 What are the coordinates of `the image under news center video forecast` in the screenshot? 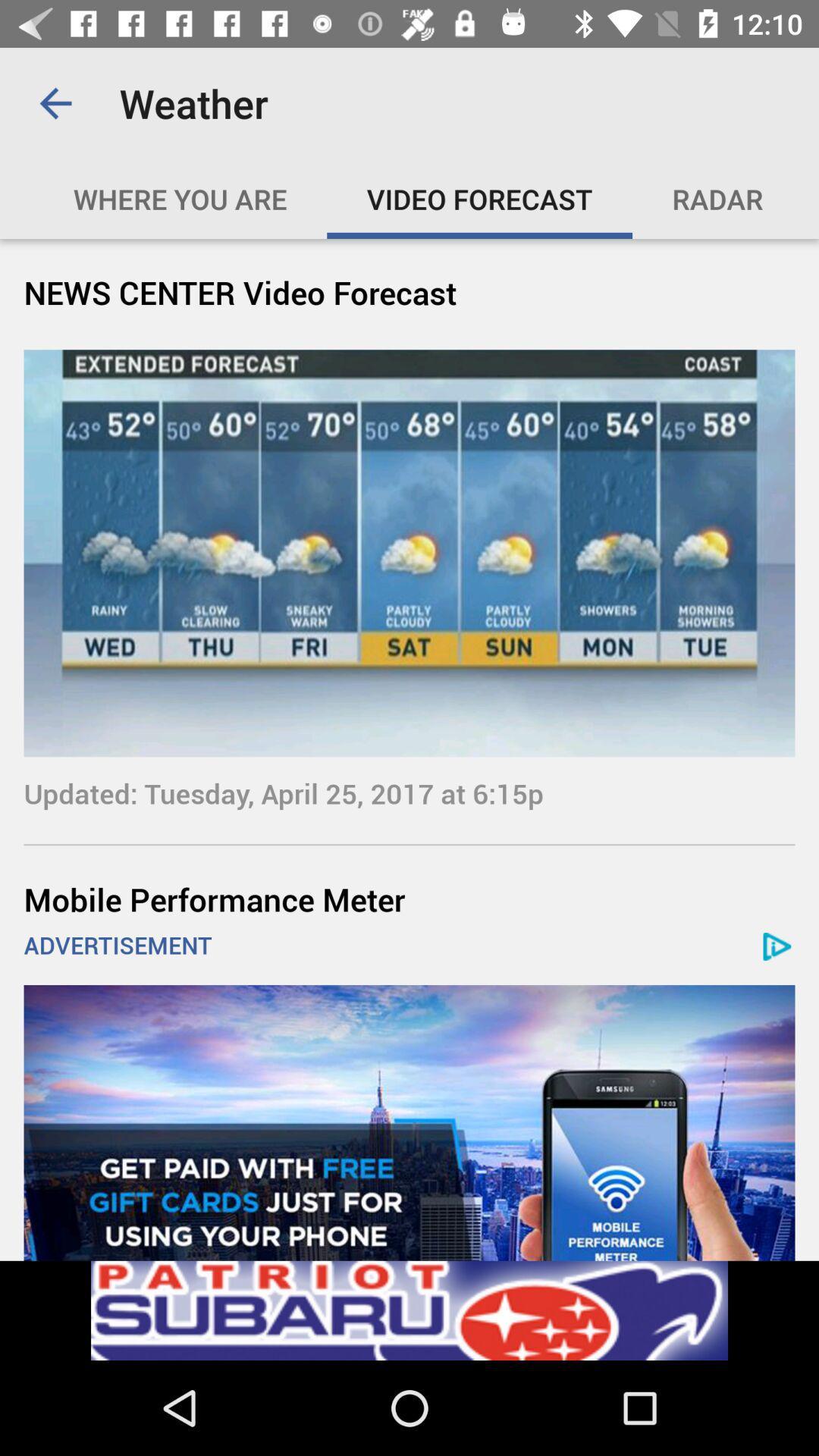 It's located at (409, 552).